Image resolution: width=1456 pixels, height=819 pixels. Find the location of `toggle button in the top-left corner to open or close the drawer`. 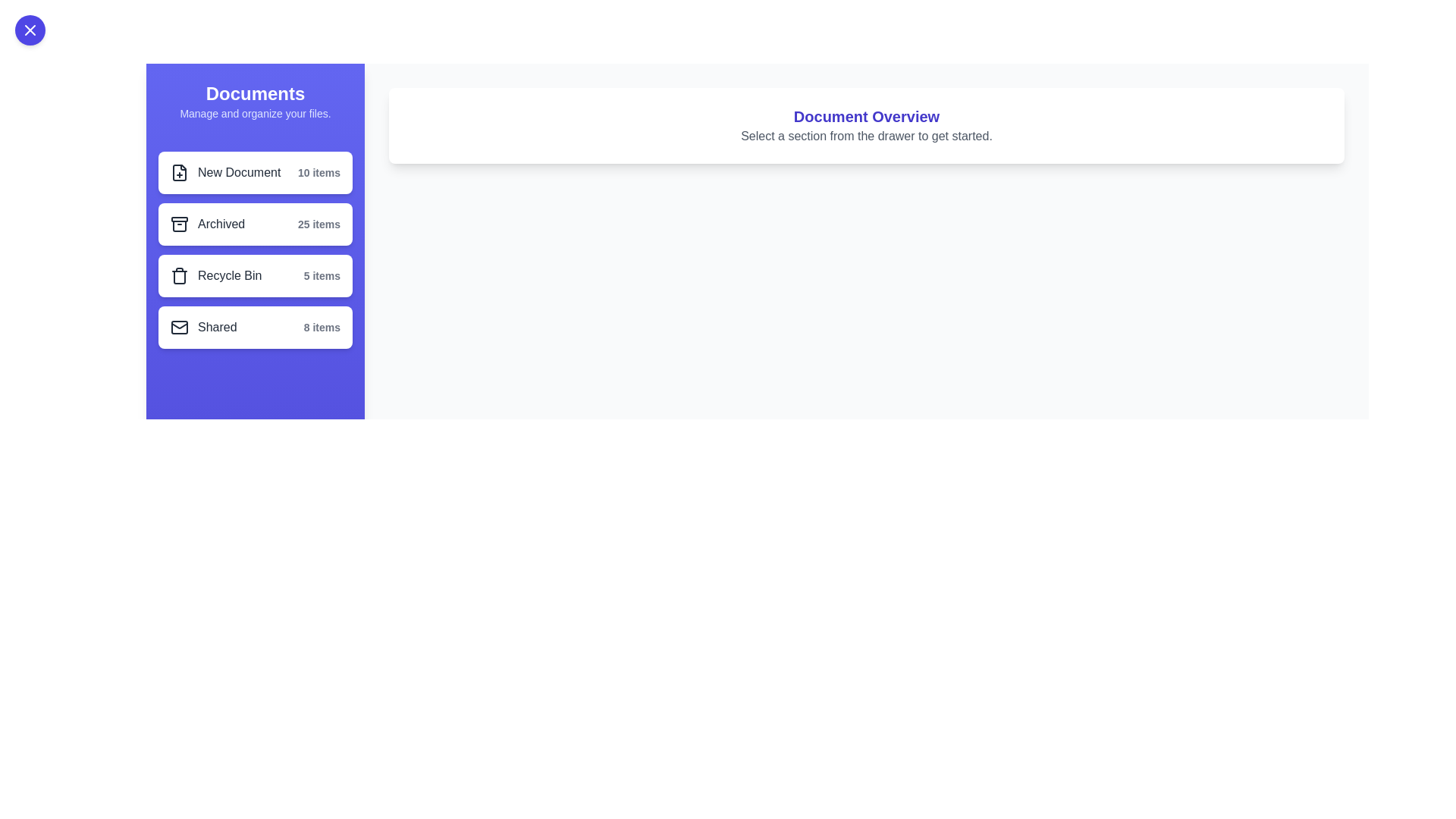

toggle button in the top-left corner to open or close the drawer is located at coordinates (30, 30).